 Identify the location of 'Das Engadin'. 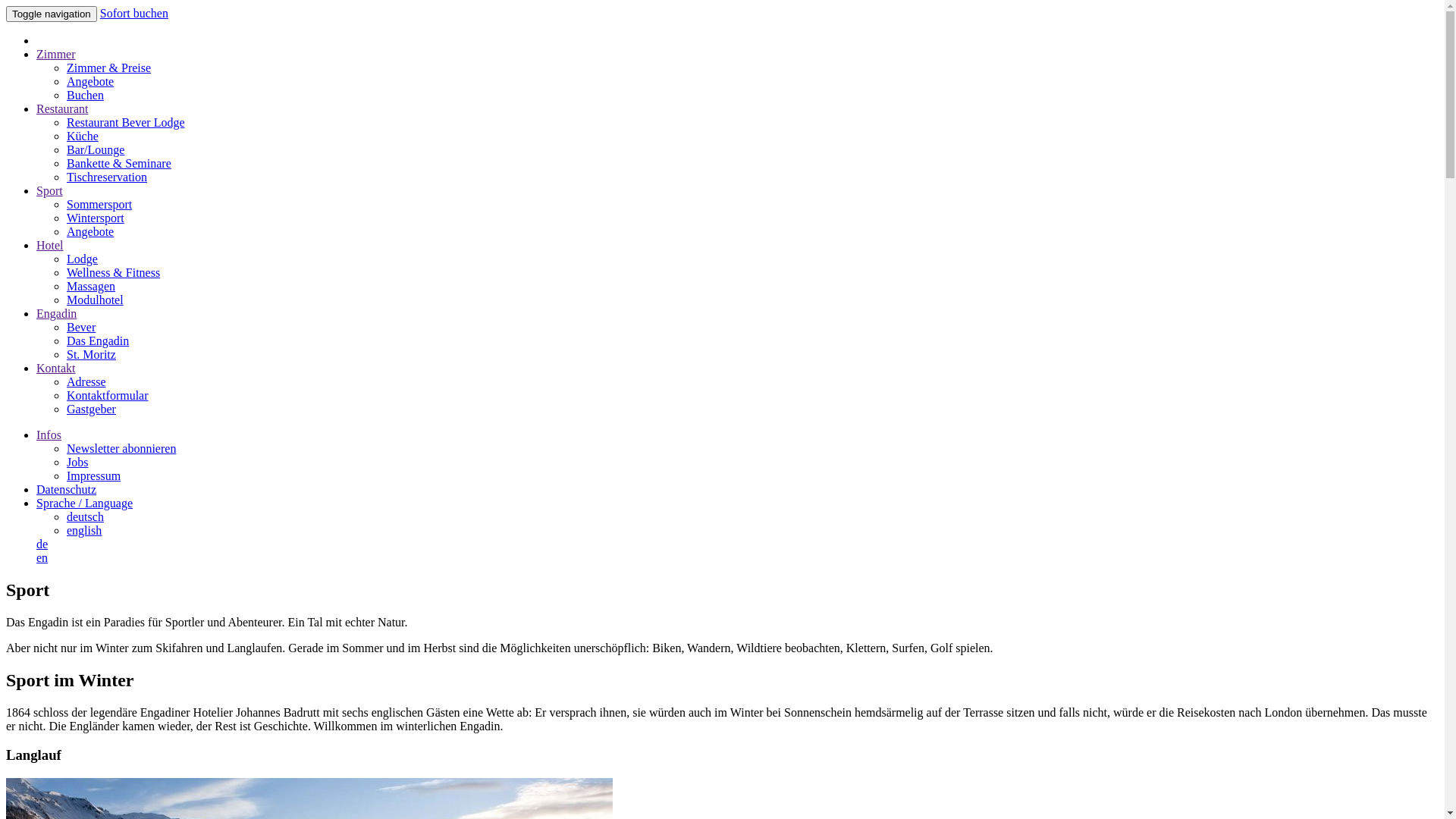
(97, 340).